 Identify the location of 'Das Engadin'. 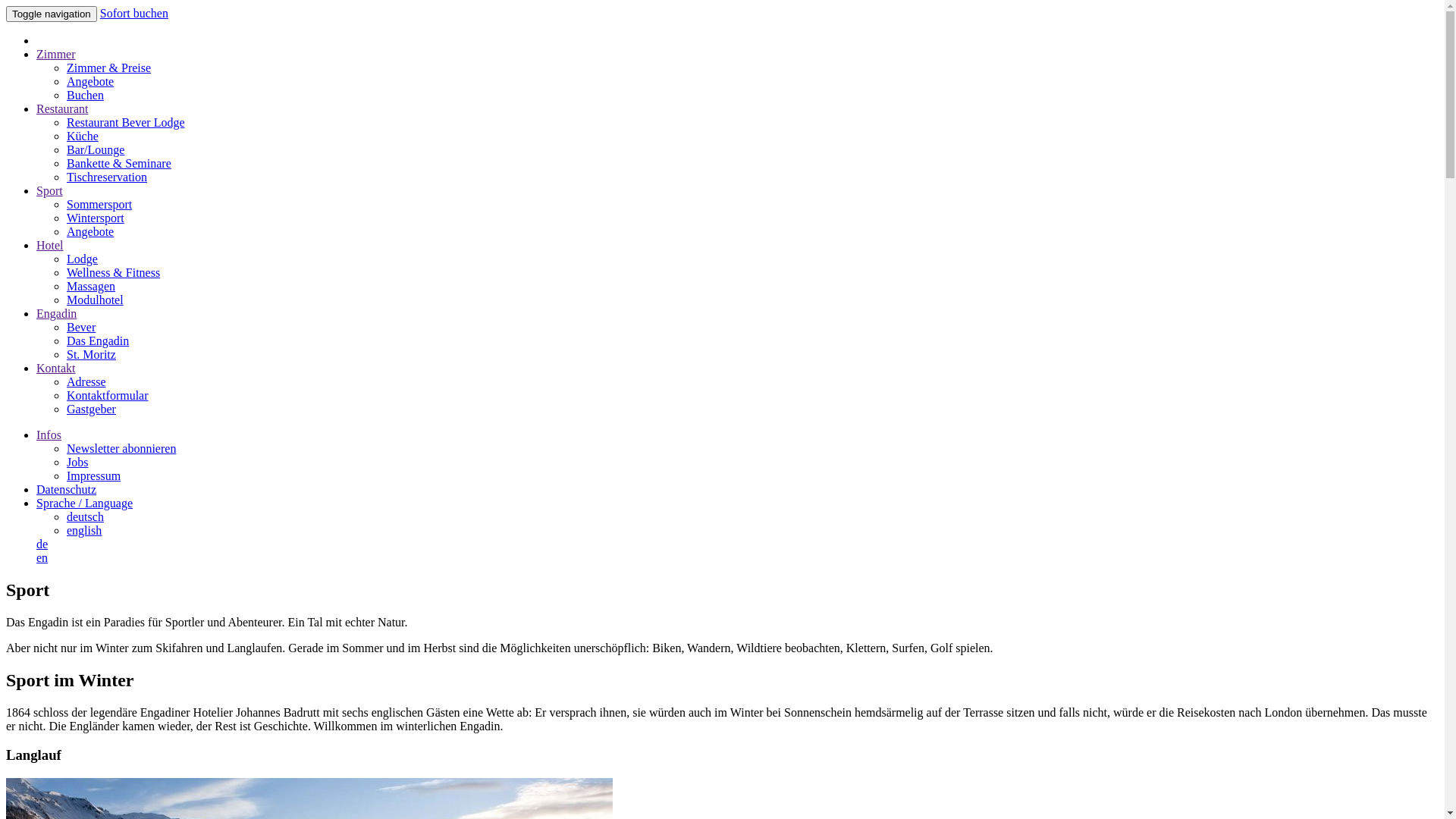
(97, 340).